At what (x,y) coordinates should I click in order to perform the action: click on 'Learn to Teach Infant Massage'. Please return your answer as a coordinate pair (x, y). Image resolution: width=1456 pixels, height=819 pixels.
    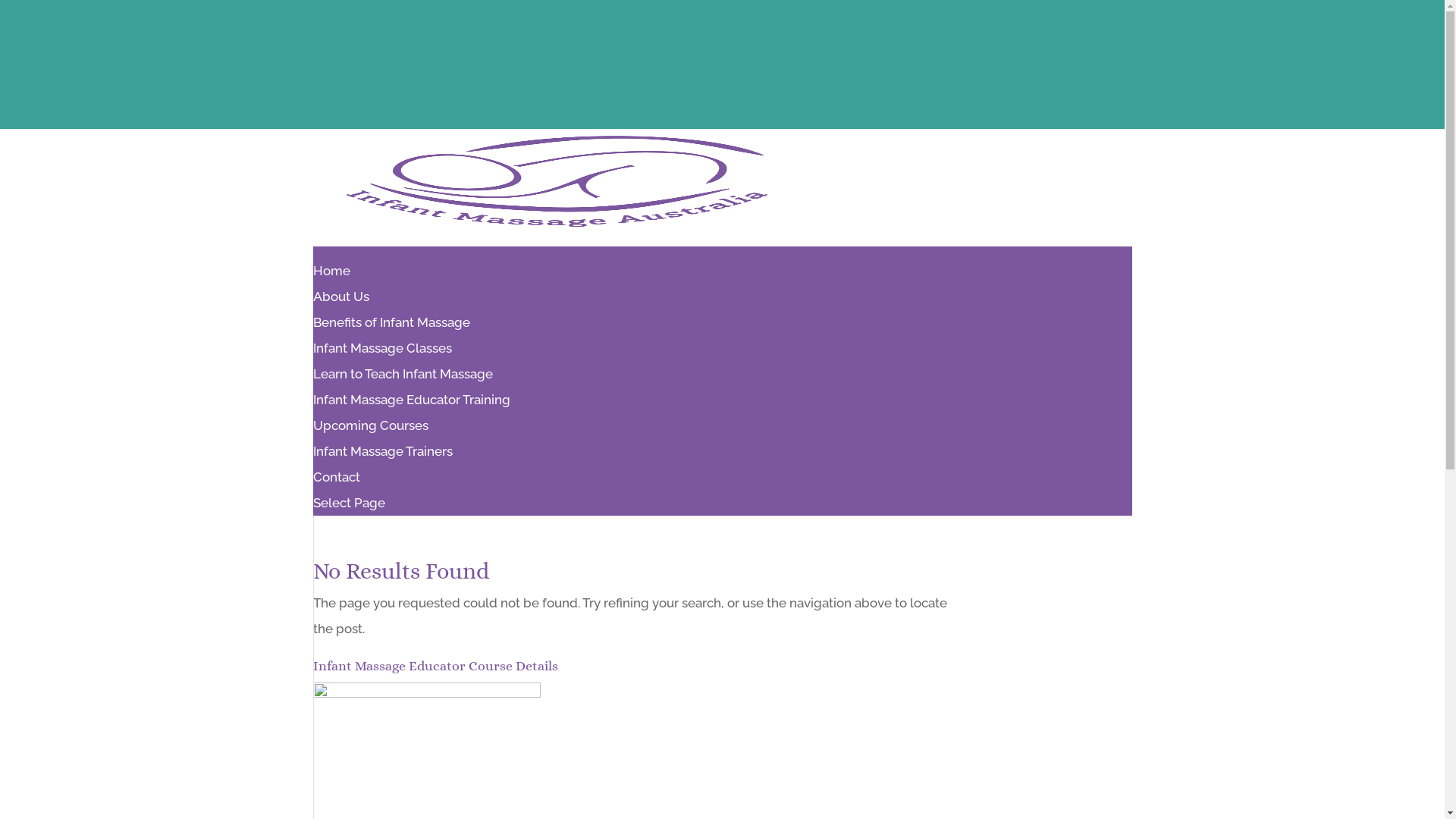
    Looking at the image, I should click on (402, 380).